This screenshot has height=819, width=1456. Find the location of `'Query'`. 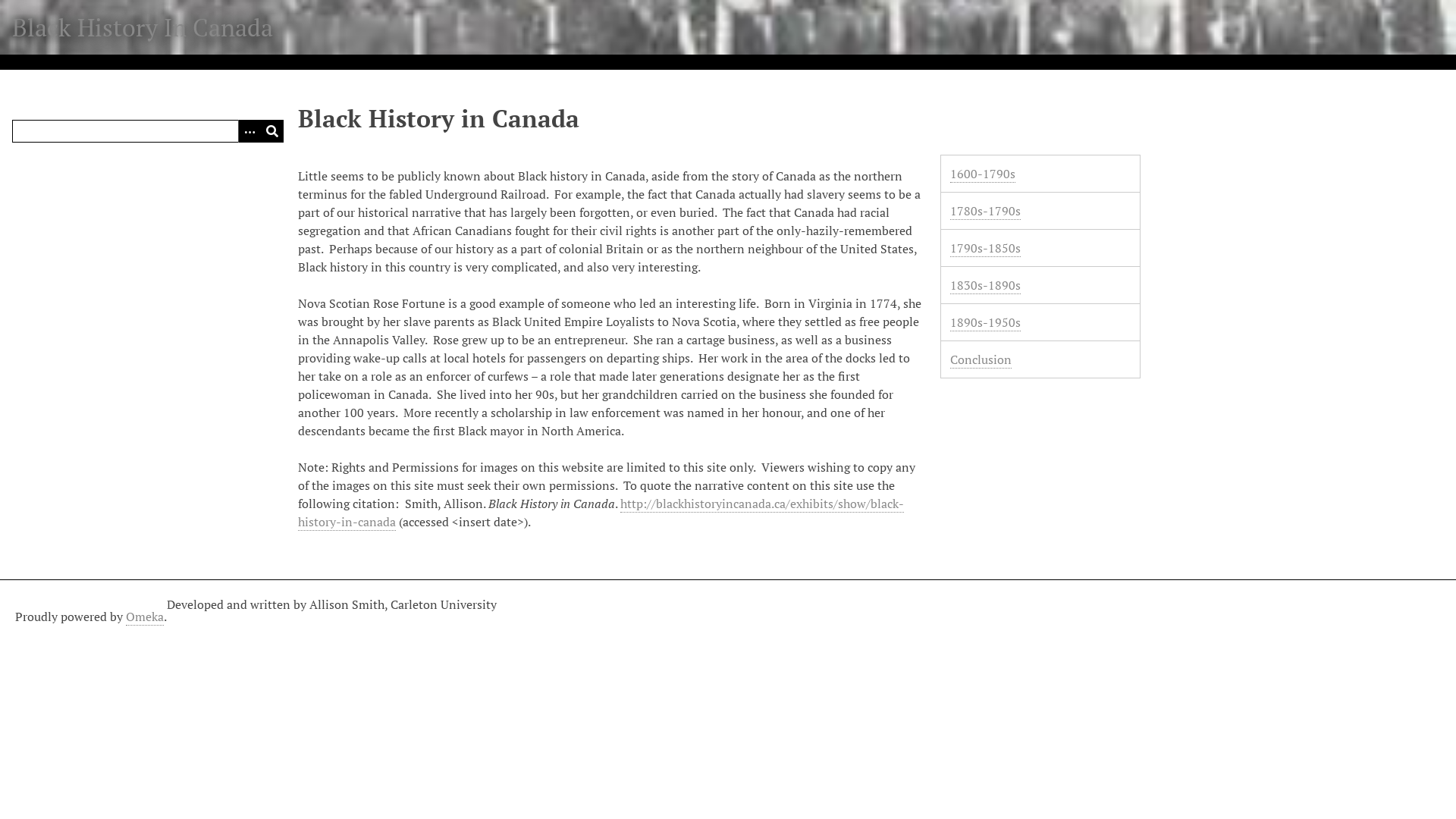

'Query' is located at coordinates (148, 130).